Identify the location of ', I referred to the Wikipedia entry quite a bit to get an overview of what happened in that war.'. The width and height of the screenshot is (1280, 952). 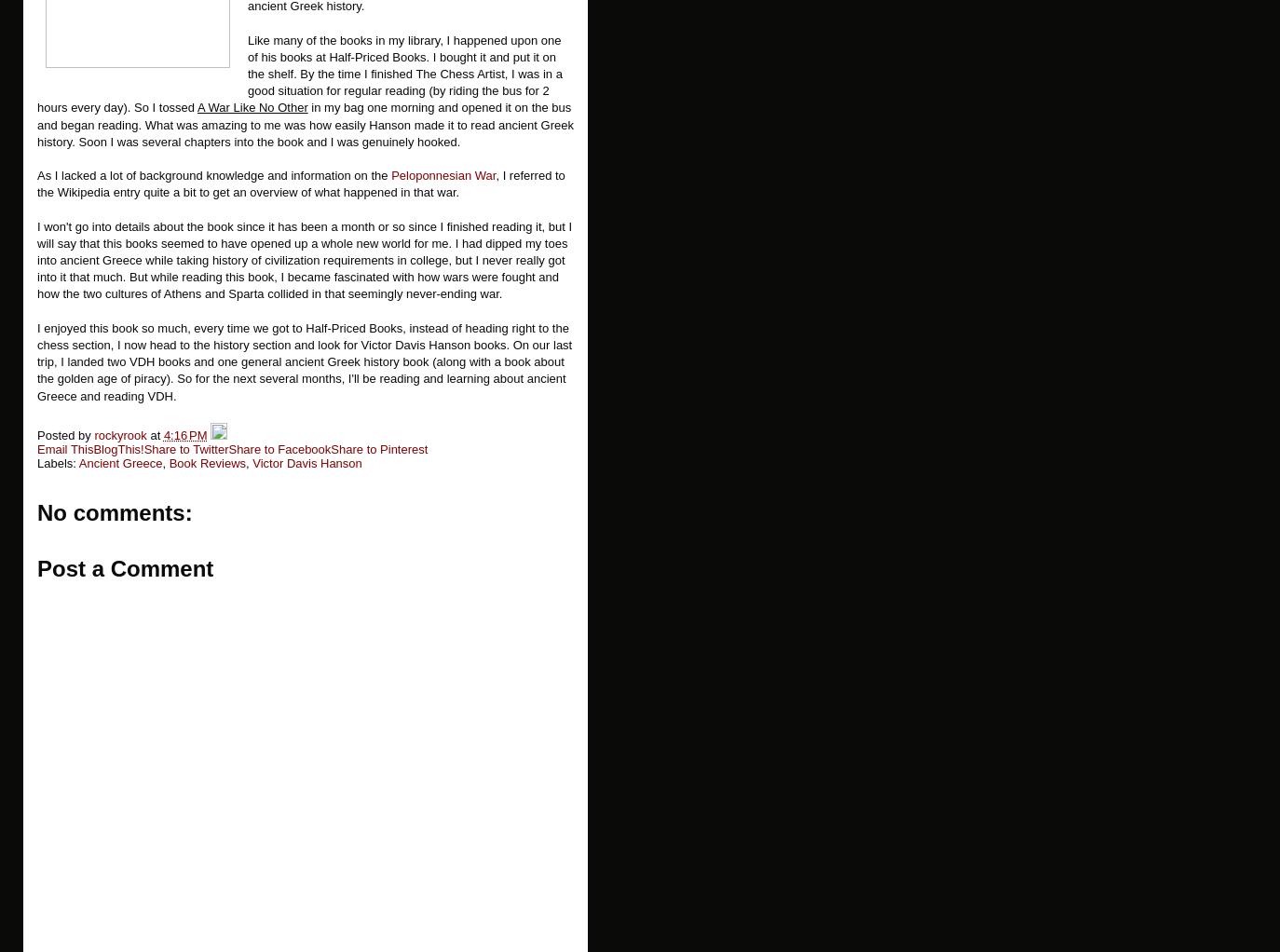
(300, 184).